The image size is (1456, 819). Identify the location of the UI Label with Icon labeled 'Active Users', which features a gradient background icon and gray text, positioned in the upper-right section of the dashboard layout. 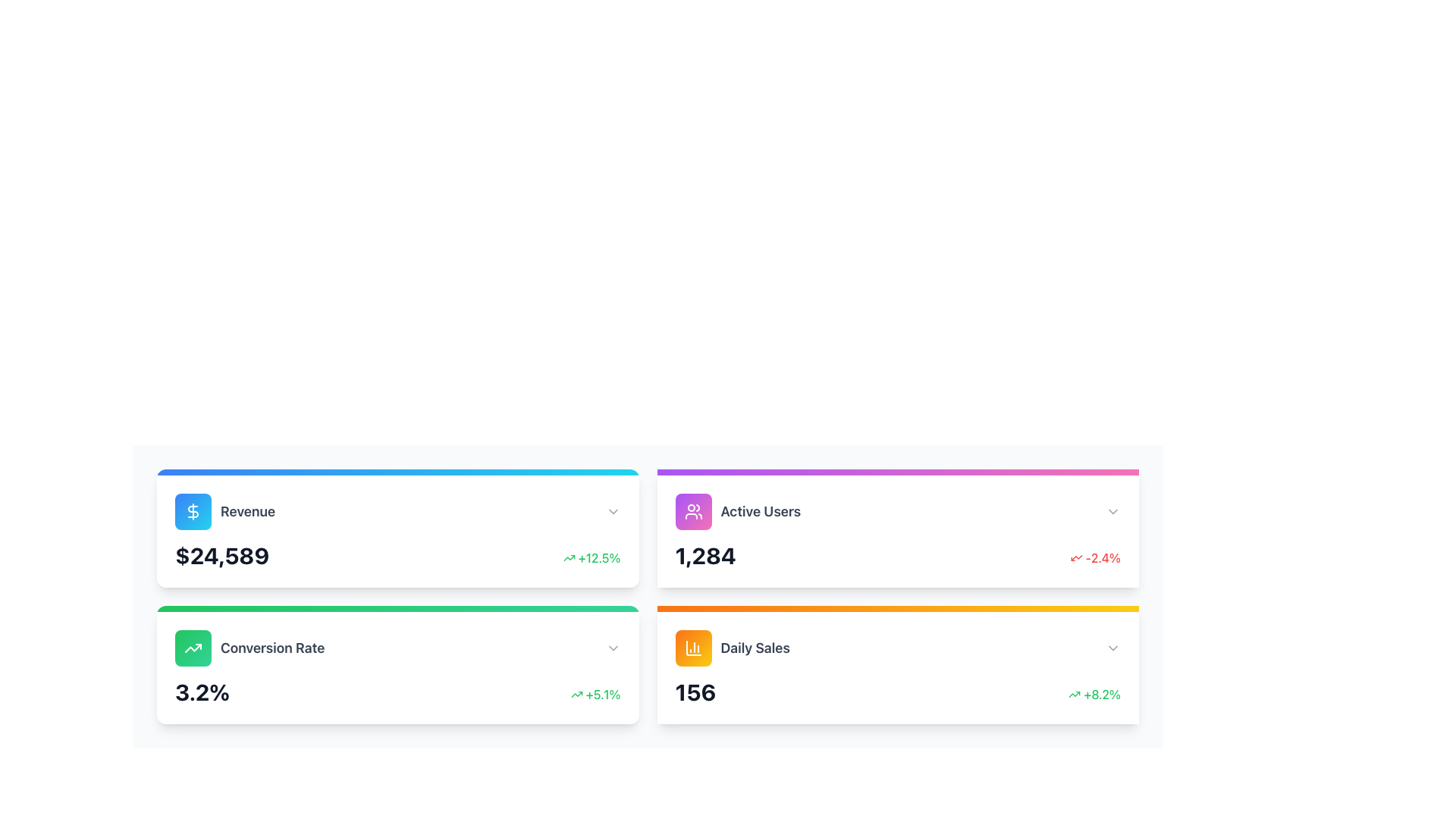
(738, 512).